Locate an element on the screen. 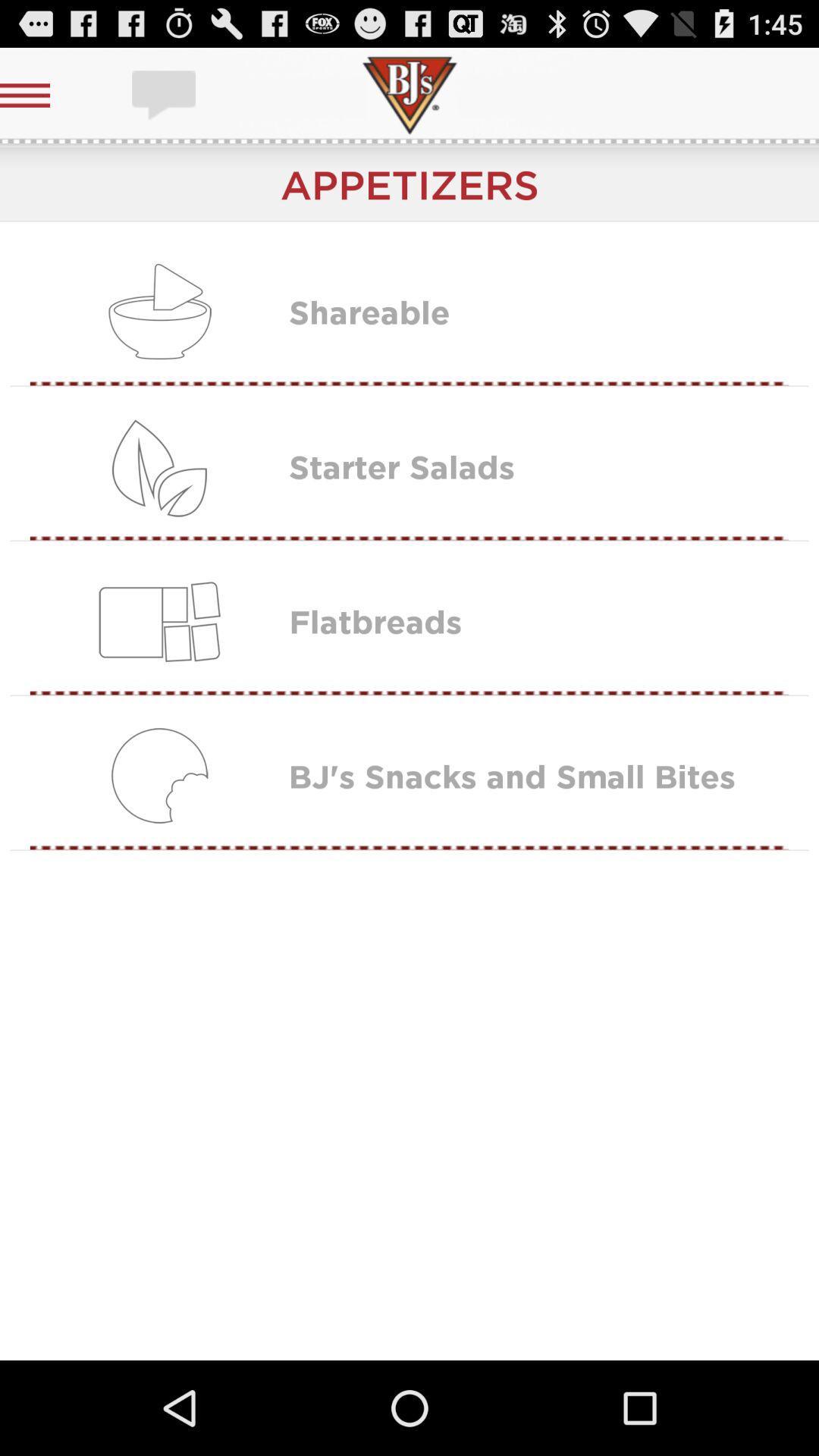  messages is located at coordinates (165, 94).